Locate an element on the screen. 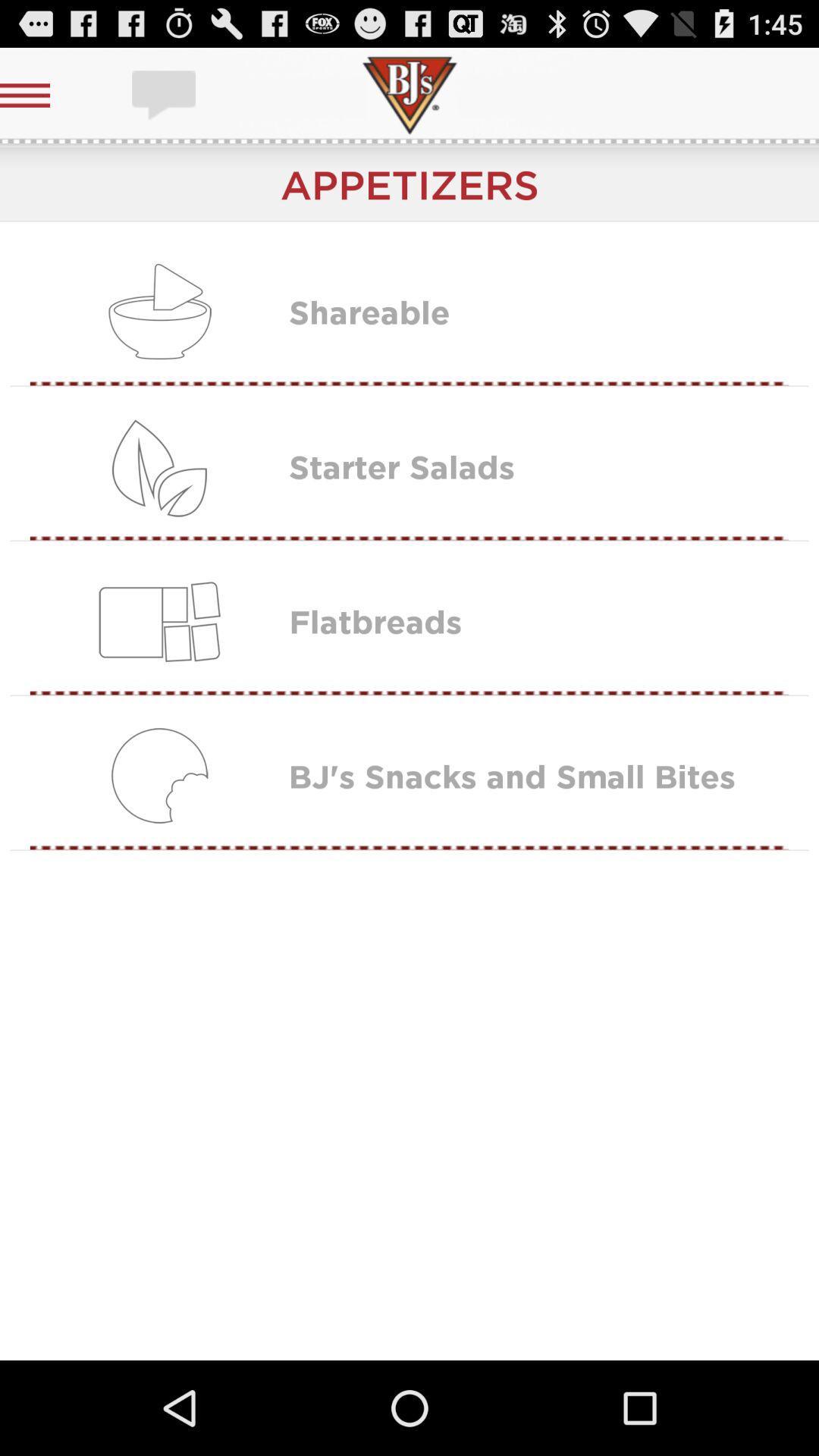  messages is located at coordinates (165, 94).